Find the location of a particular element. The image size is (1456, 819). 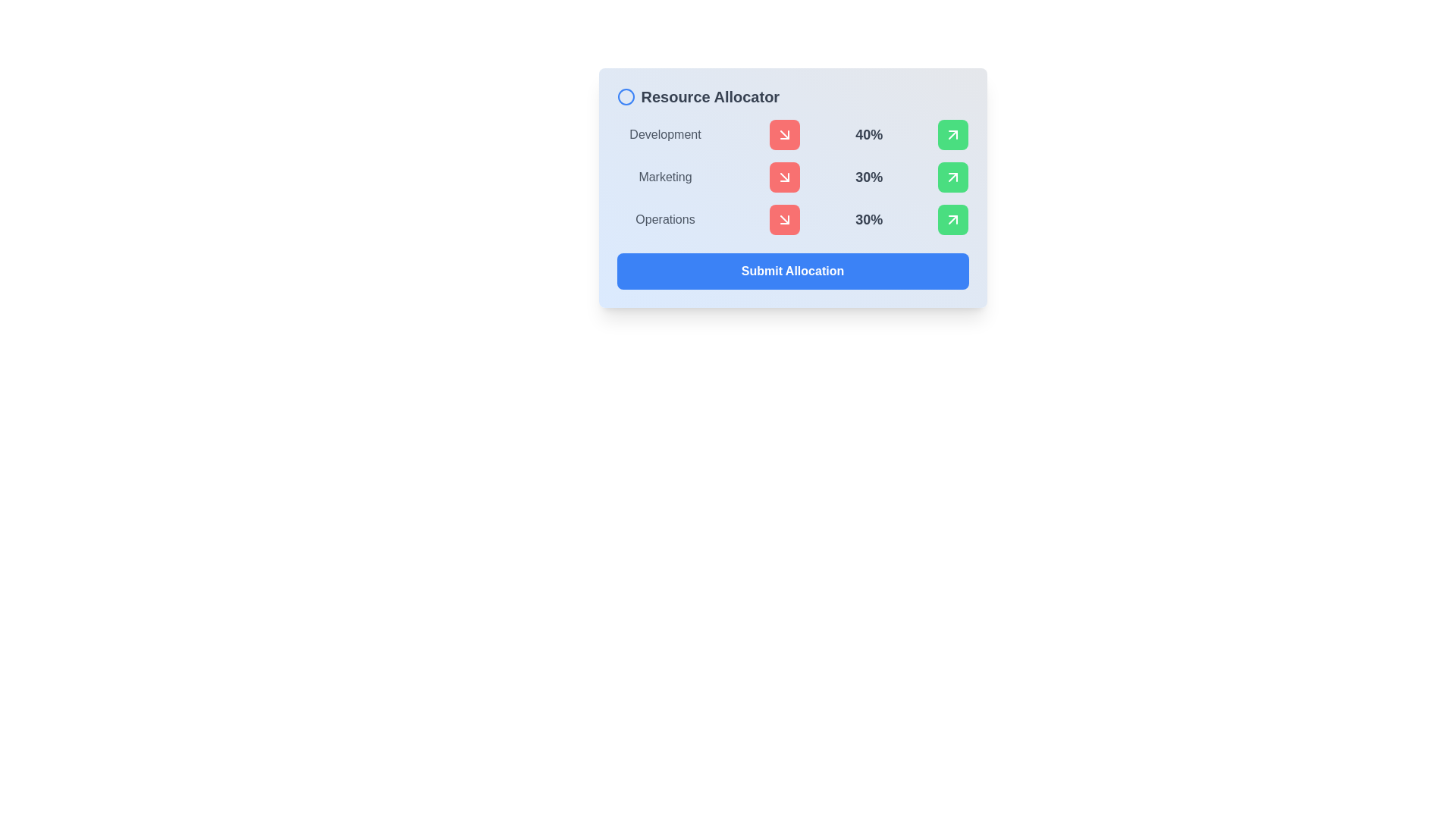

the red button in the second row under 'Marketing' is located at coordinates (784, 177).